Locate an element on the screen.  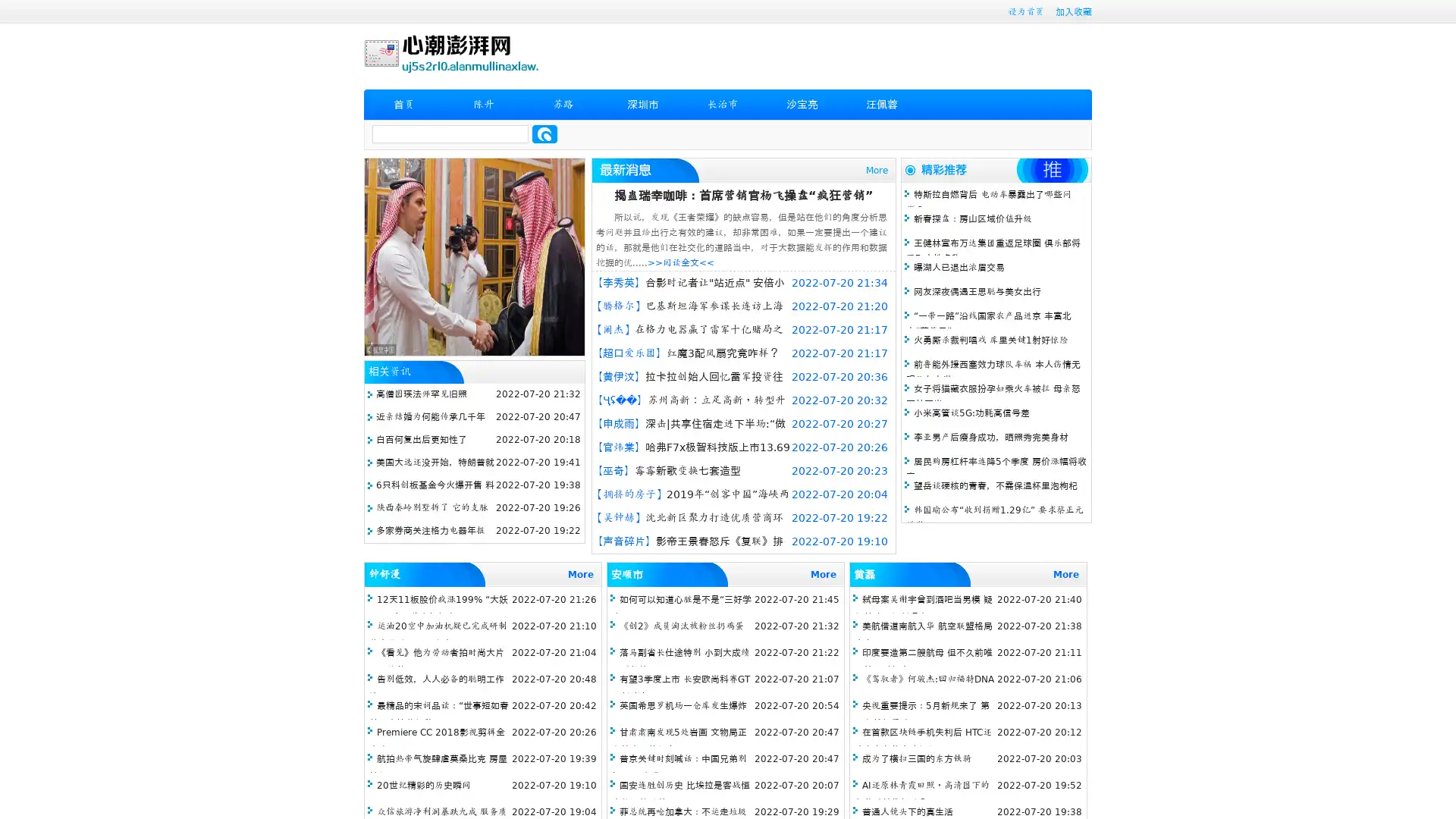
Search is located at coordinates (544, 133).